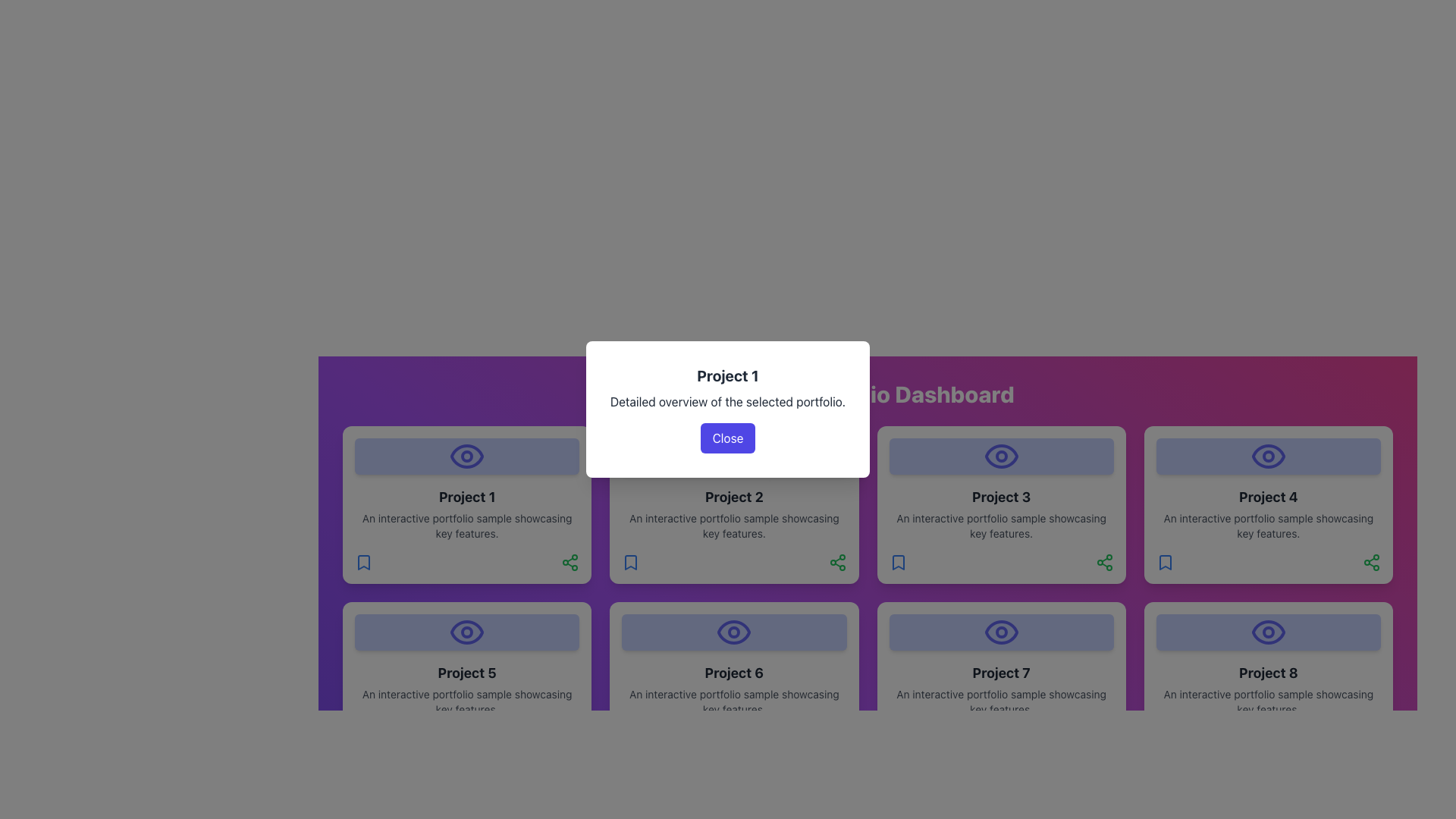 This screenshot has height=819, width=1456. I want to click on the 'Project 1' card, which is the first card in a grid layout of project cards, located in the top-left corner of the grid, so click(466, 505).